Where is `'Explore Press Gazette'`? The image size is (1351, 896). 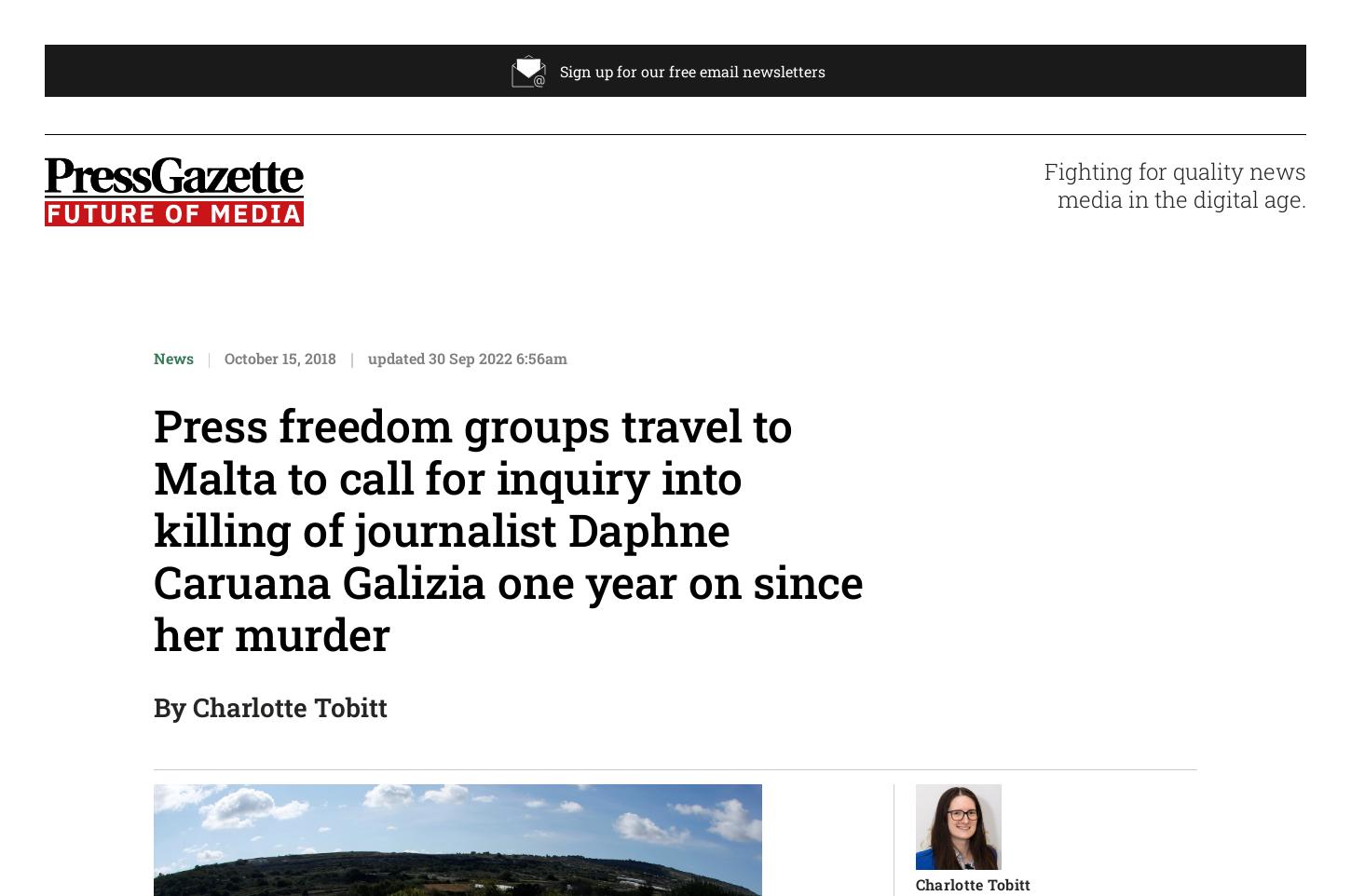
'Explore Press Gazette' is located at coordinates (716, 203).